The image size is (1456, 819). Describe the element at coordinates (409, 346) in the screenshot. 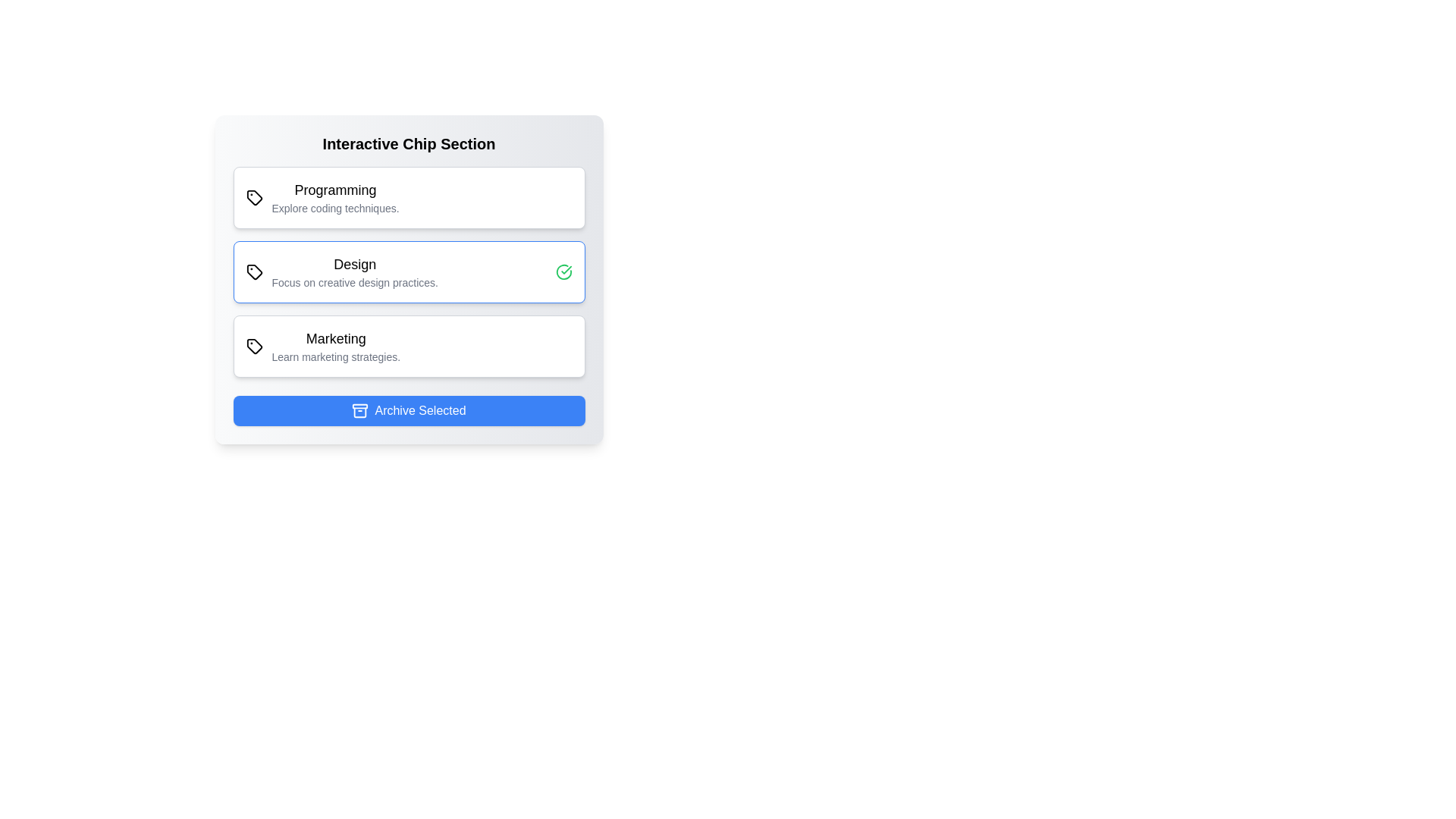

I see `the chip labeled Marketing to toggle its selection state` at that location.